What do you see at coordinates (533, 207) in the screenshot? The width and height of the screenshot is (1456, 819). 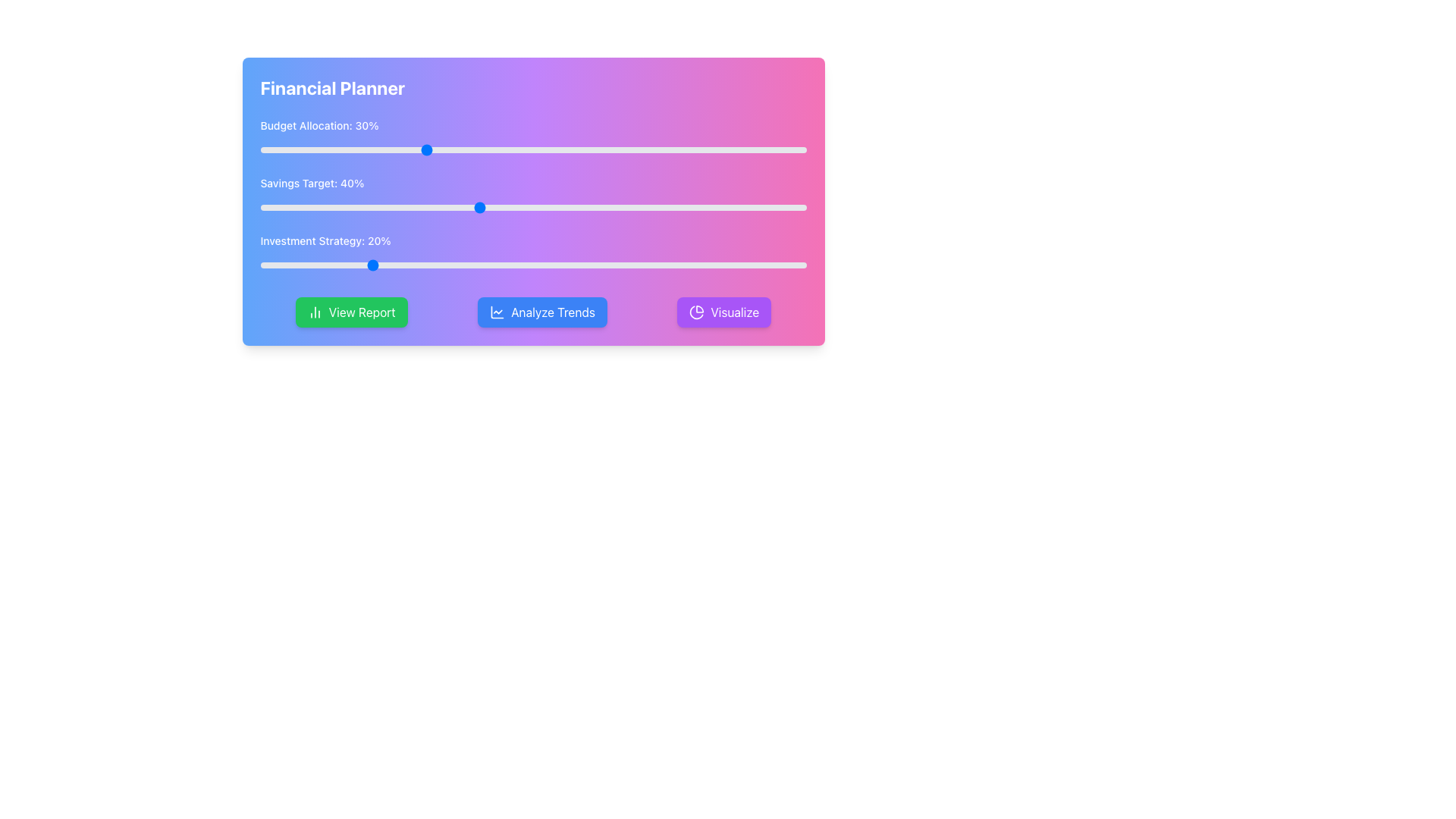 I see `the slider control for adjusting the savings target value located below the text 'Savings Target: 40%' in the 'Financial Planner' section` at bounding box center [533, 207].